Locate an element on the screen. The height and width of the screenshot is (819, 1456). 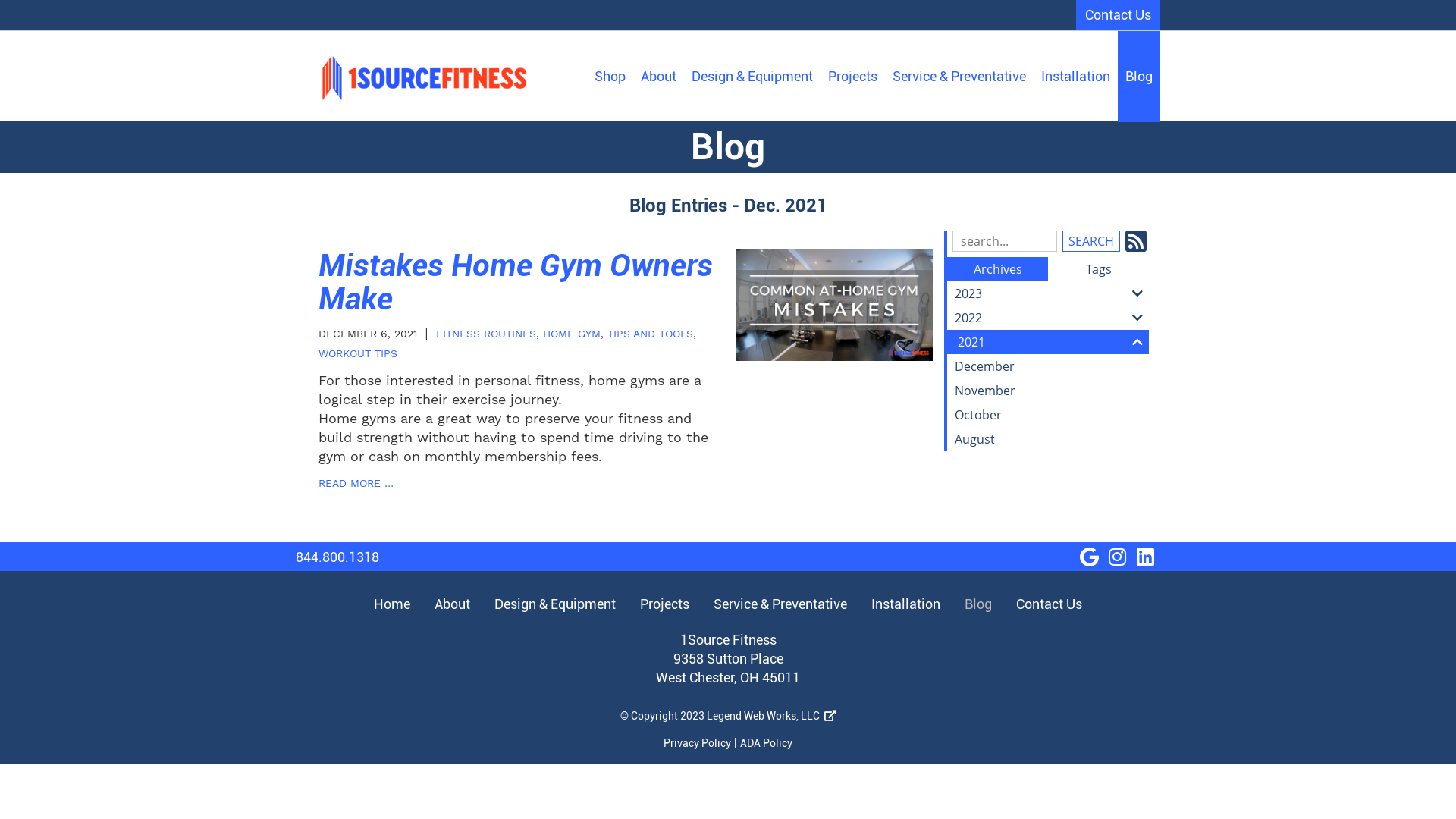
'November' is located at coordinates (946, 390).